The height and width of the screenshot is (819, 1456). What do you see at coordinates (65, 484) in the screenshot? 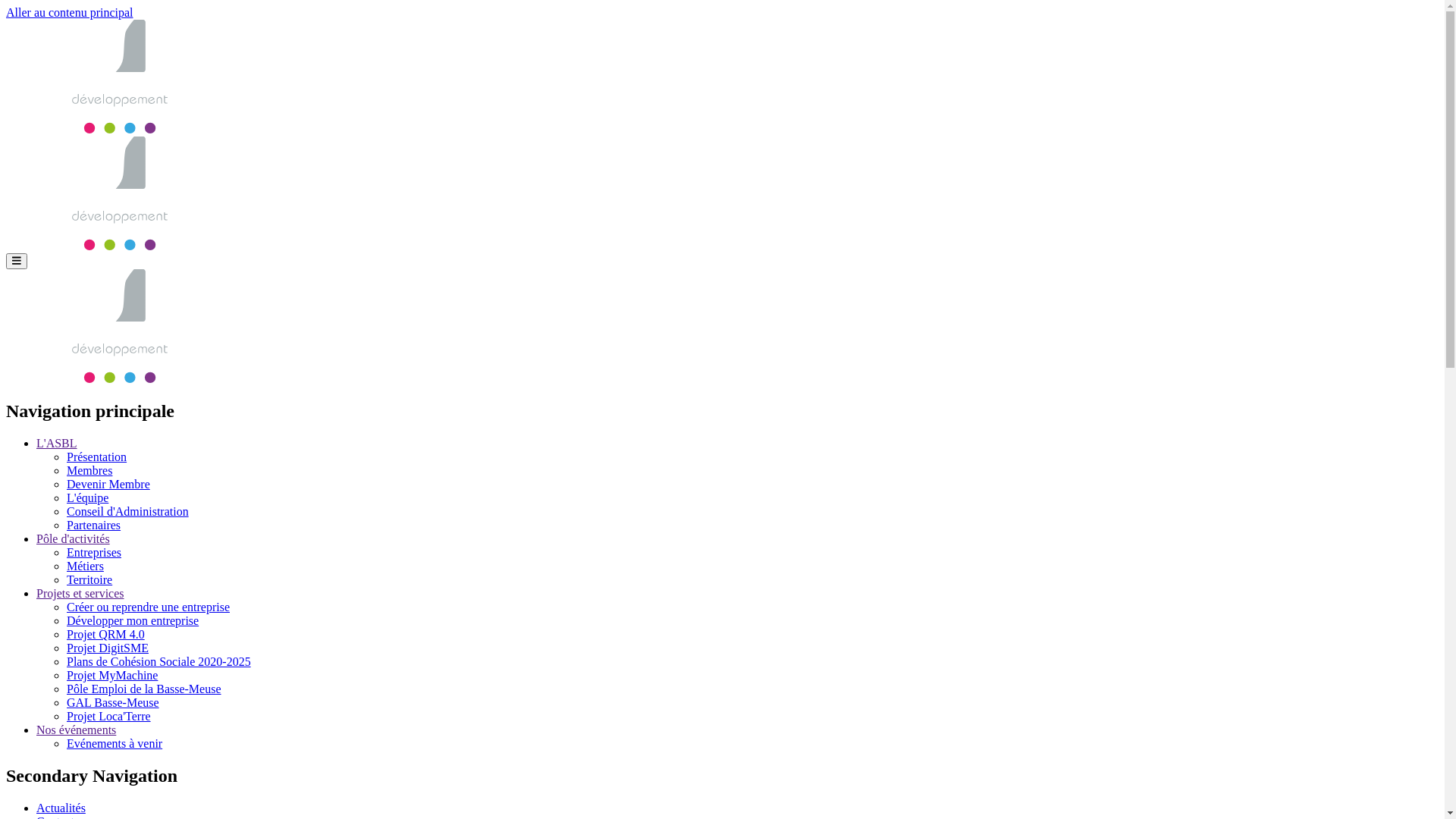
I see `'Devenir Membre'` at bounding box center [65, 484].